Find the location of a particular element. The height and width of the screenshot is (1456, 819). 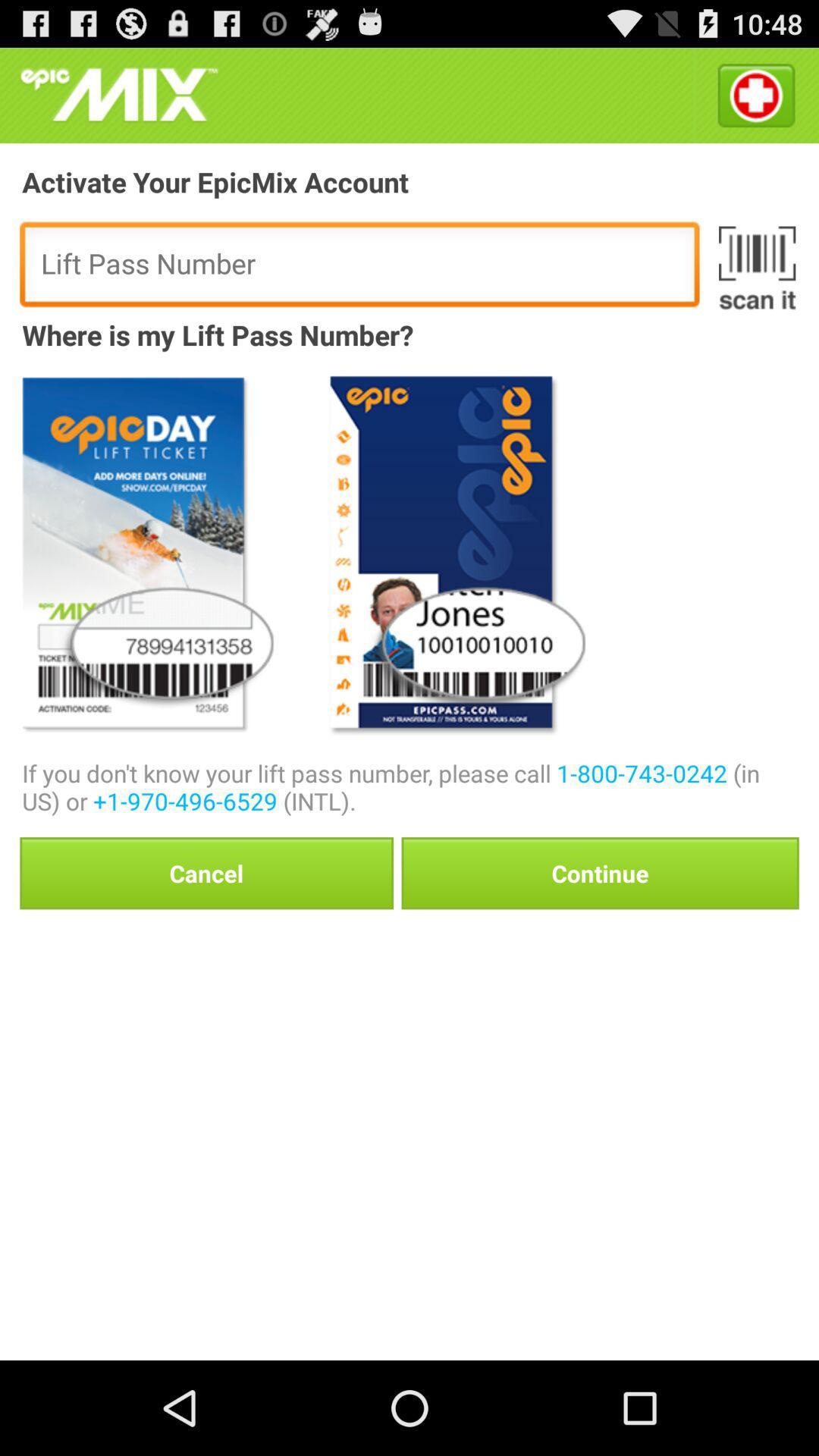

item above the cancel button is located at coordinates (410, 786).